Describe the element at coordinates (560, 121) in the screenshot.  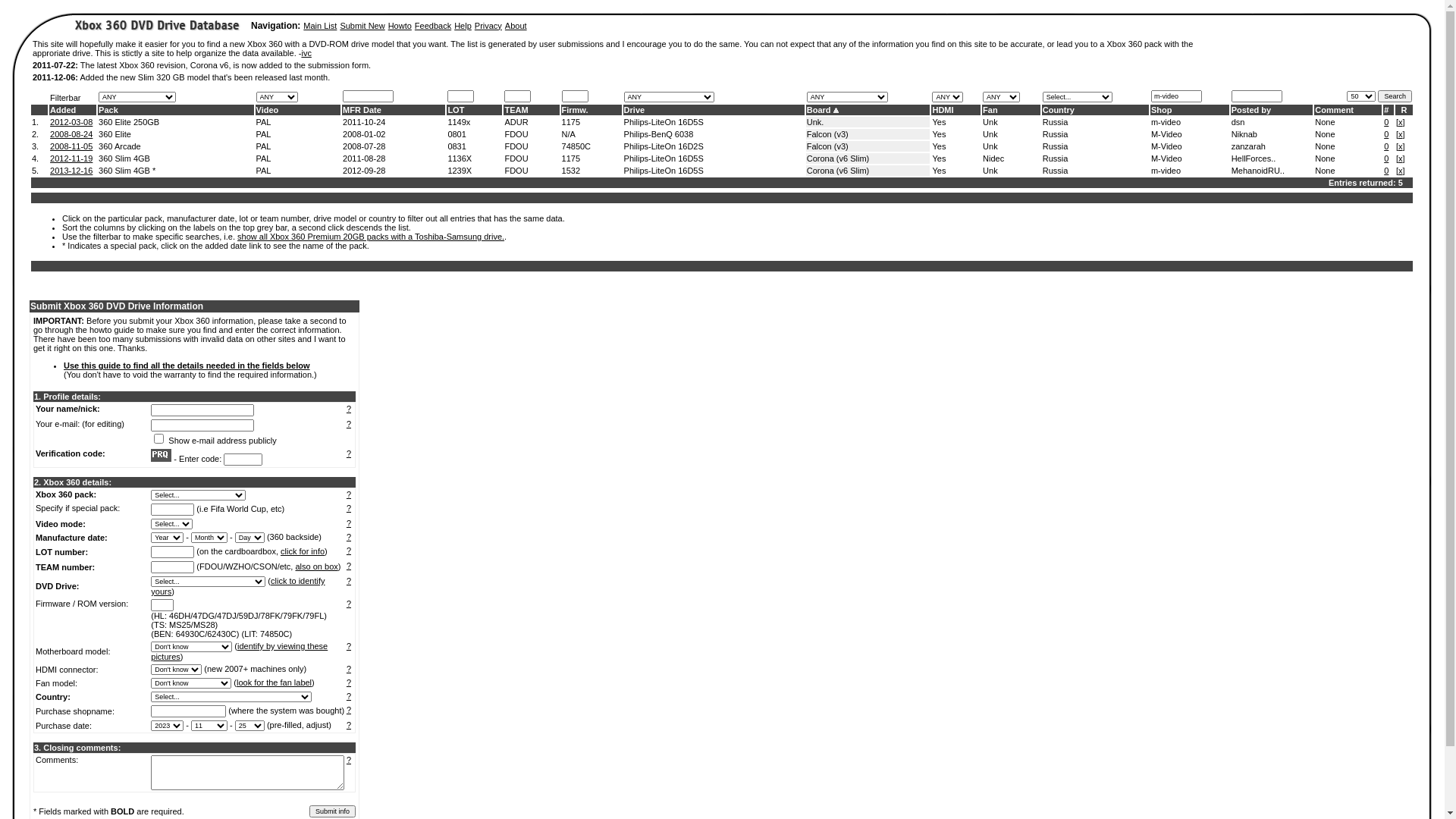
I see `'1175'` at that location.